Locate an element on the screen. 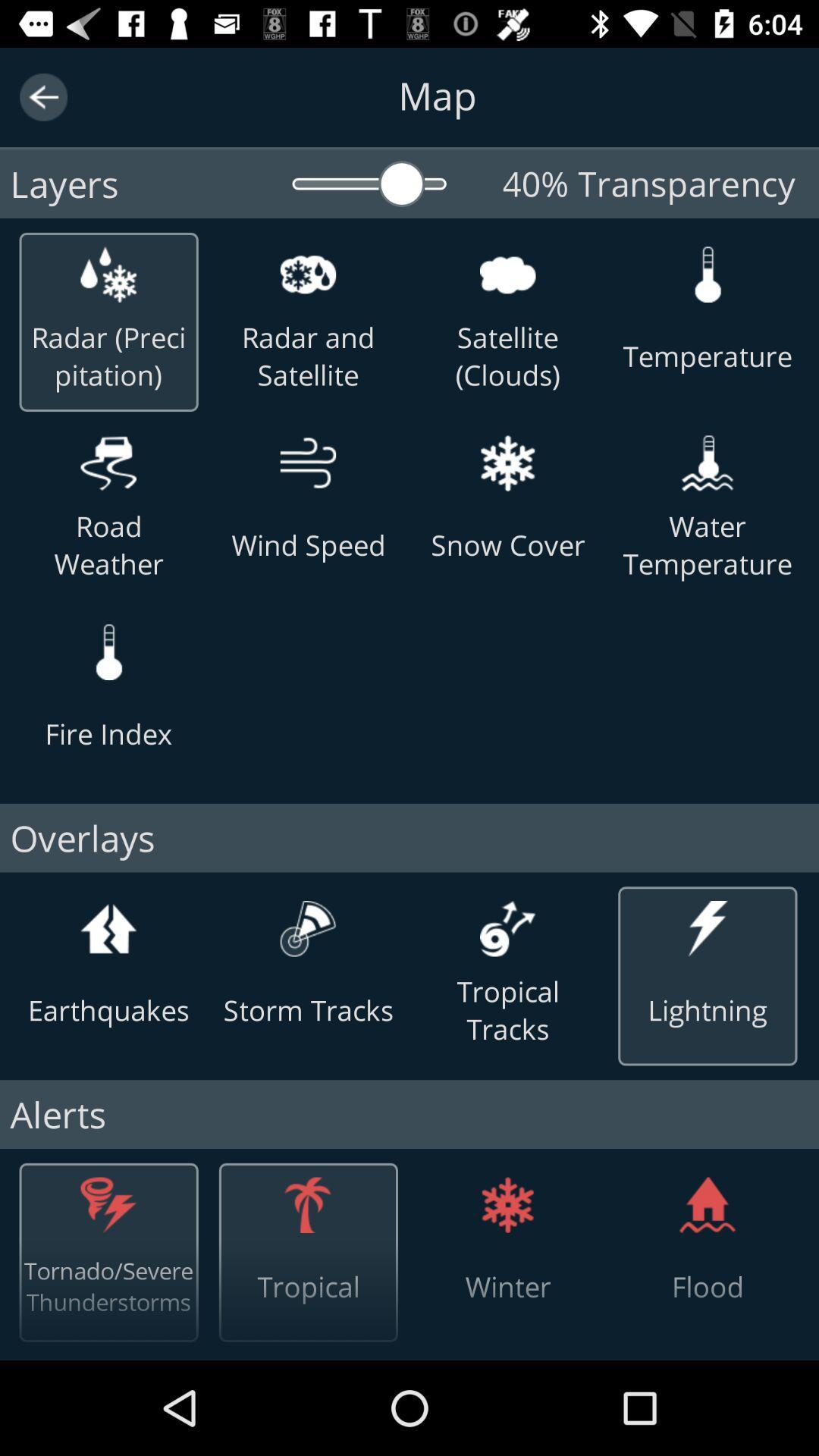 Image resolution: width=819 pixels, height=1456 pixels. the arrow_backward icon is located at coordinates (42, 96).